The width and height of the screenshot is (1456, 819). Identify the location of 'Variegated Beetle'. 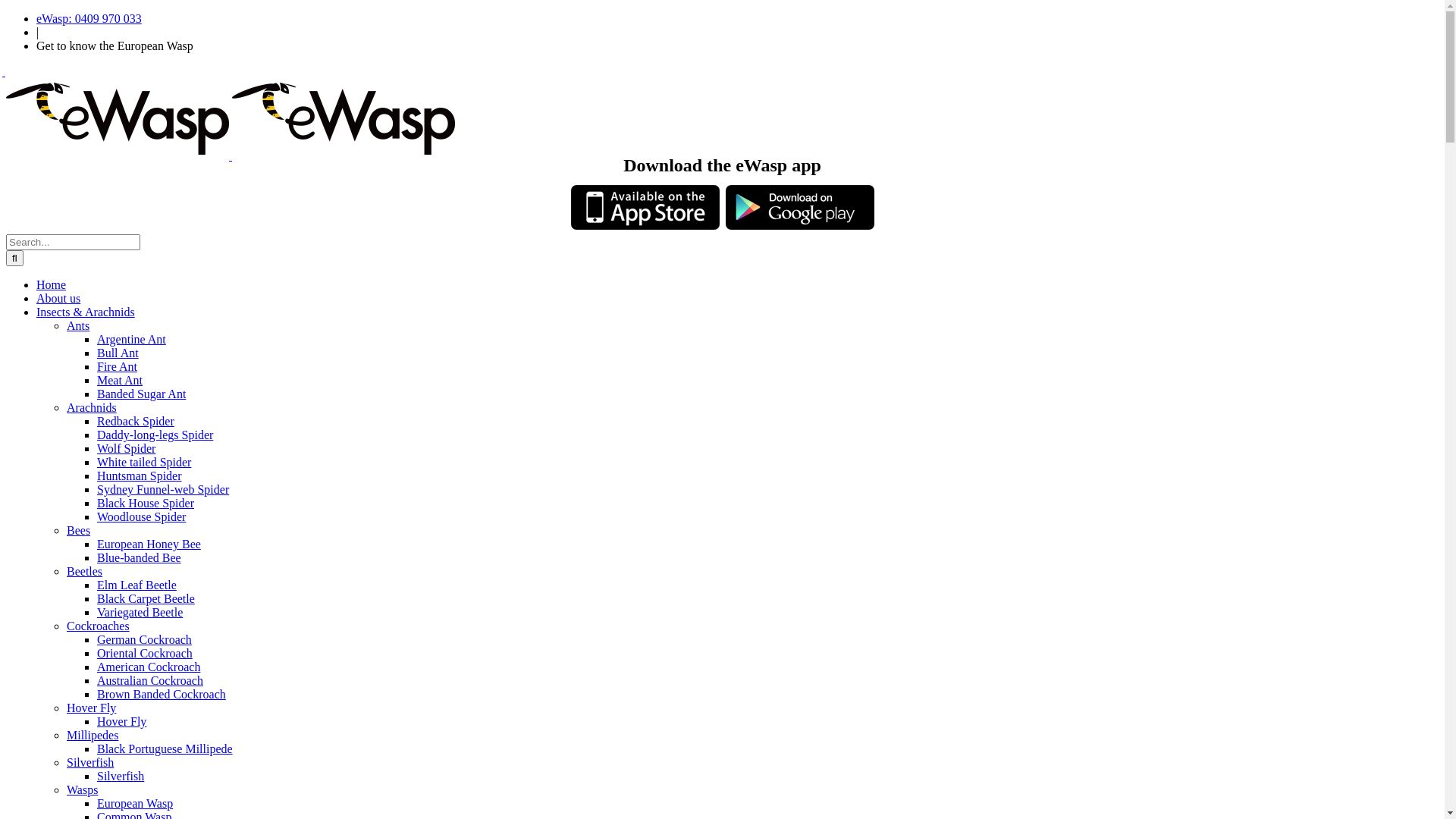
(140, 611).